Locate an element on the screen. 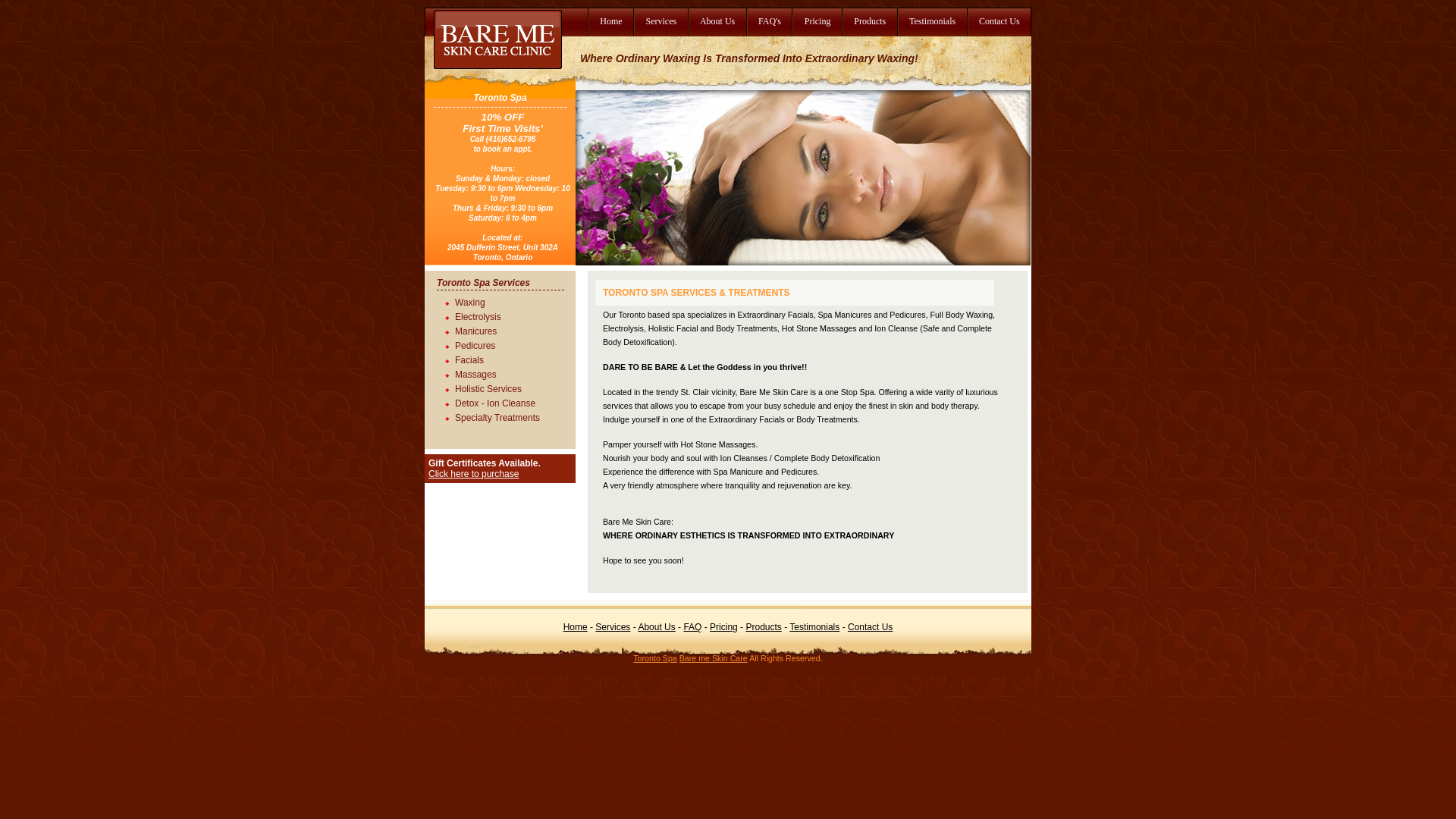 The height and width of the screenshot is (819, 1456). 'Pedicures' is located at coordinates (454, 344).